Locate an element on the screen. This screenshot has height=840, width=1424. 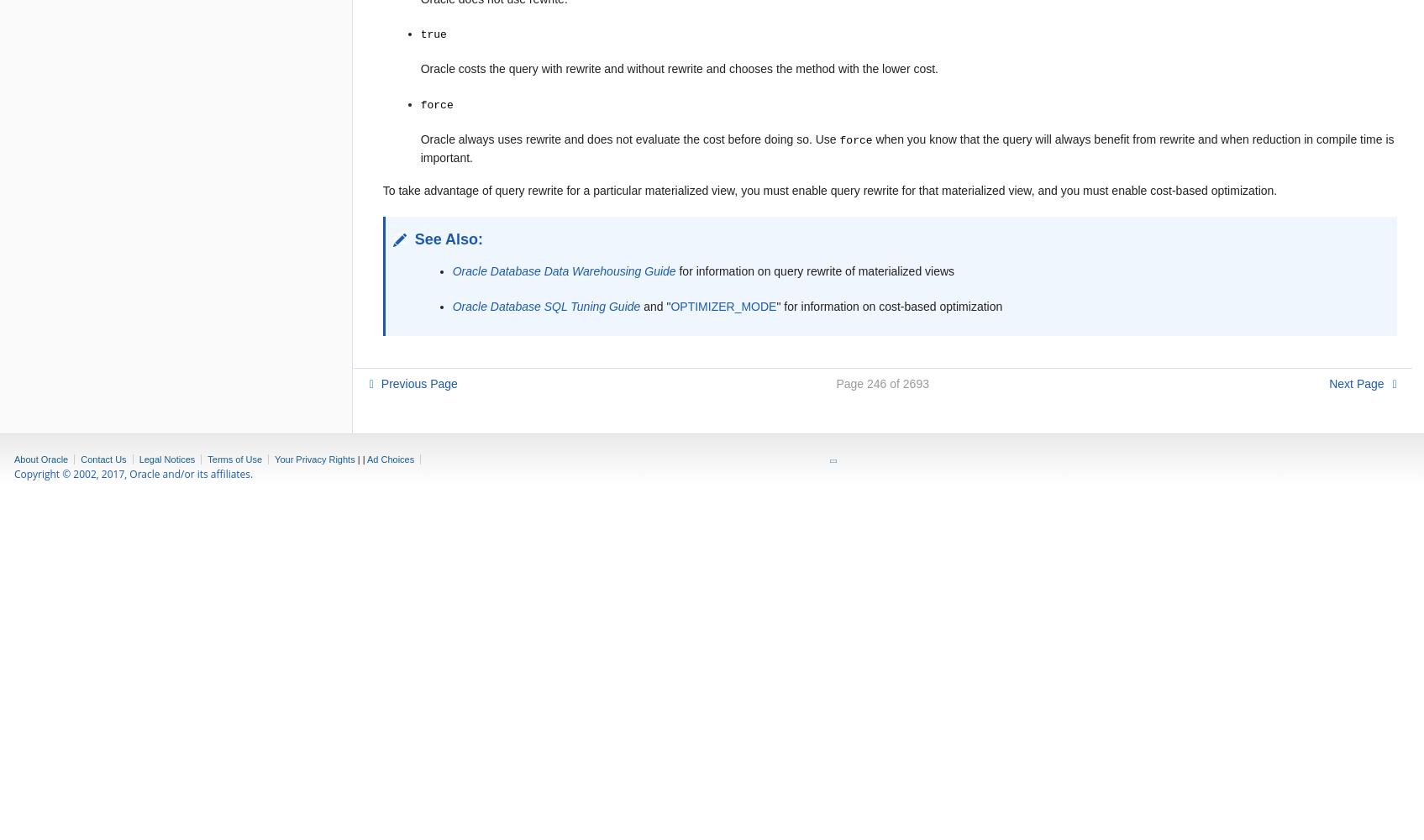
'and' is located at coordinates (652, 305).